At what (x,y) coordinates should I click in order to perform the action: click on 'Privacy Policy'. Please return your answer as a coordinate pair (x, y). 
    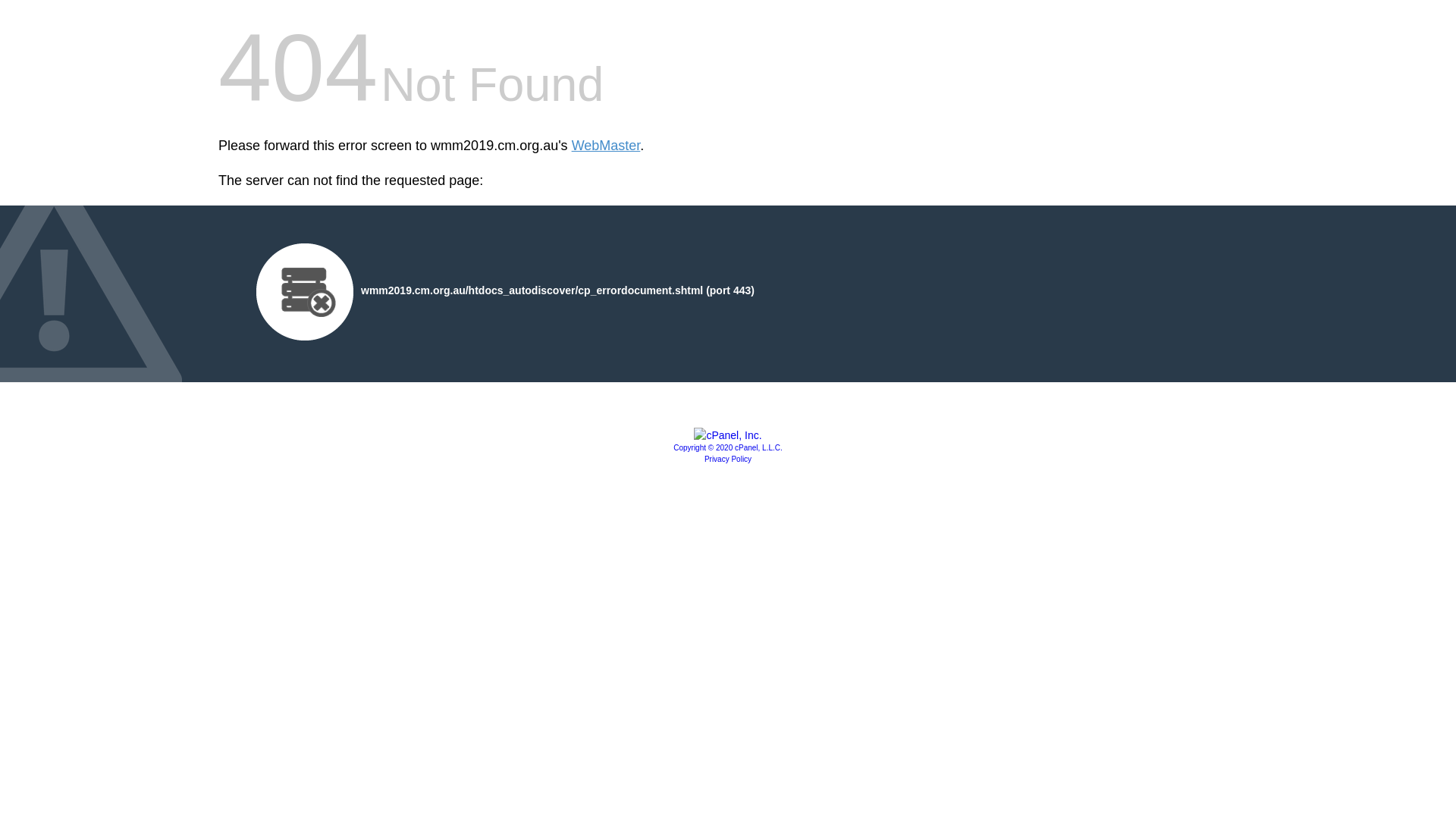
    Looking at the image, I should click on (728, 458).